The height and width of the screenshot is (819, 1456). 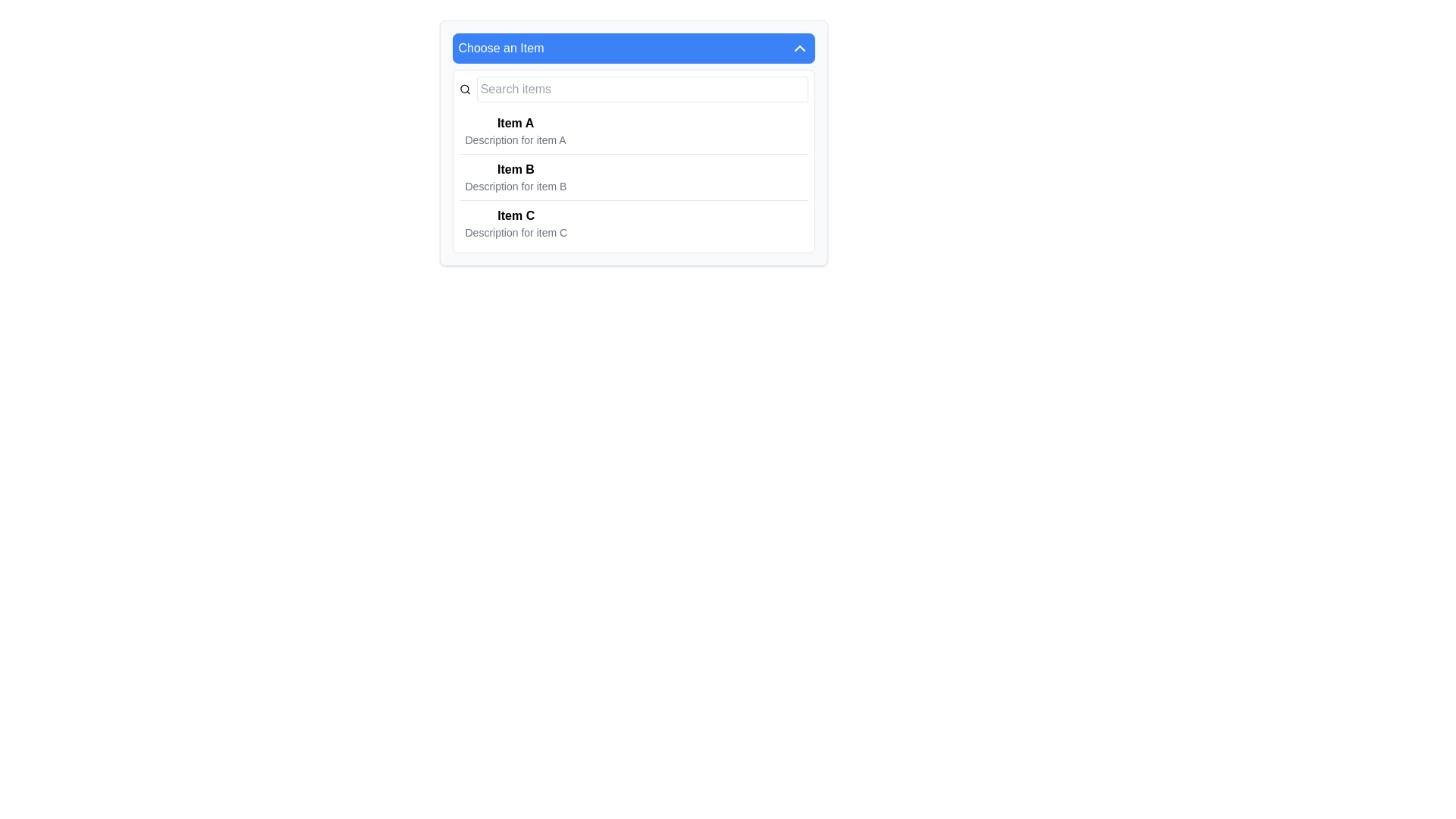 What do you see at coordinates (633, 223) in the screenshot?
I see `the list item displaying 'Item C'` at bounding box center [633, 223].